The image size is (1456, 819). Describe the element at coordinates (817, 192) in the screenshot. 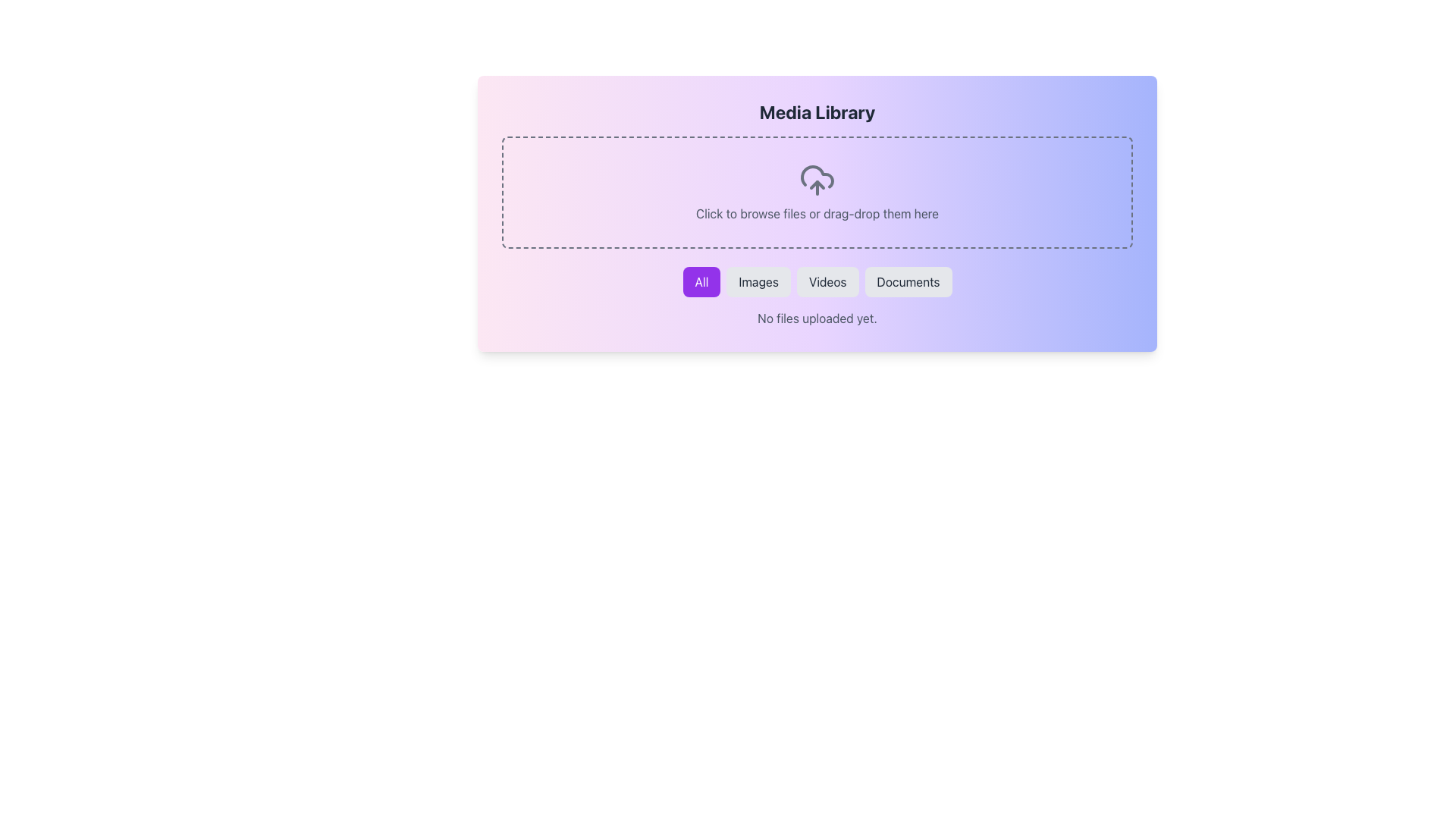

I see `and drop a file into the File upload area which has a pale gradient background and the text 'Click` at that location.